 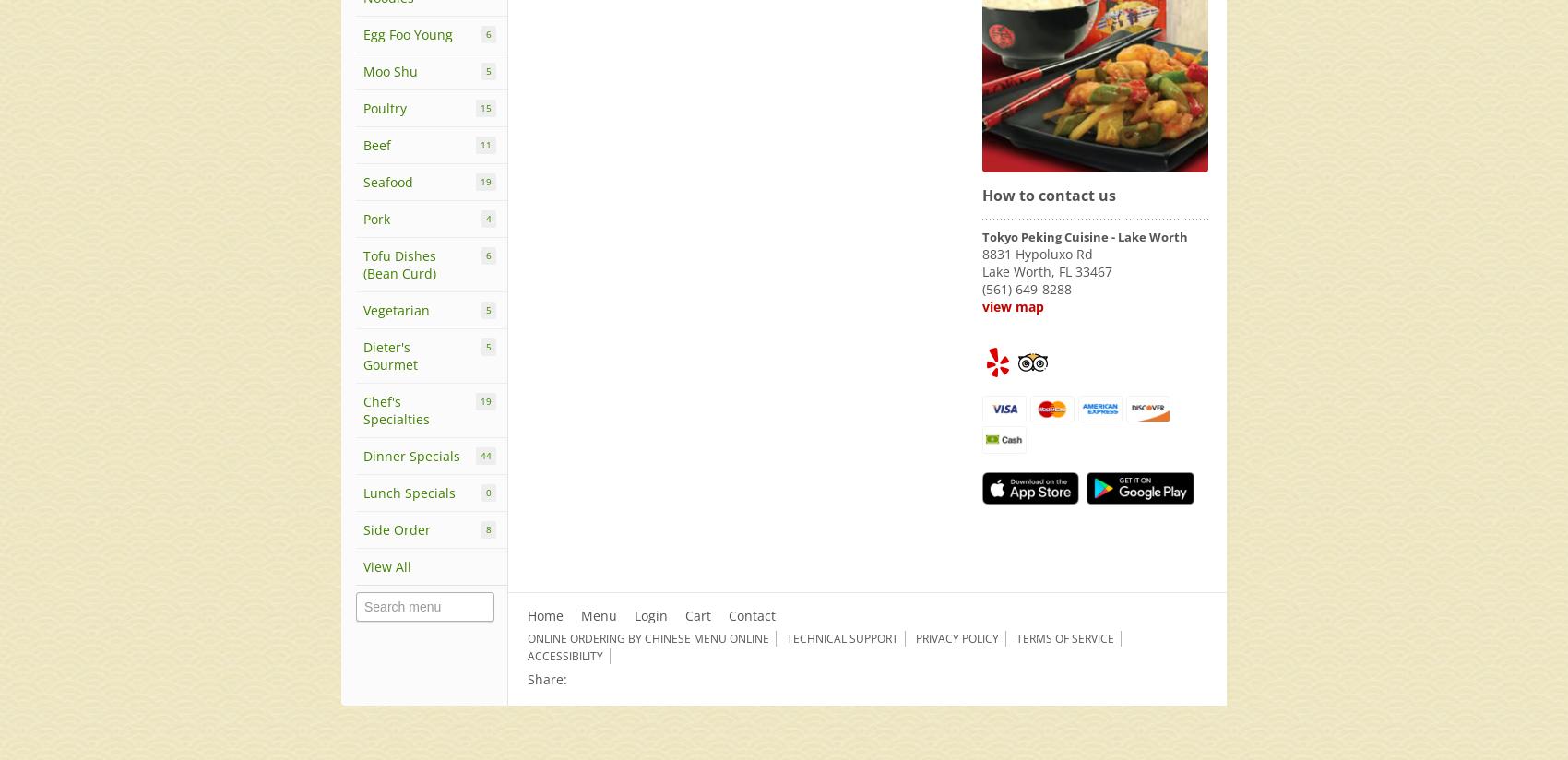 I want to click on '15', so click(x=484, y=108).